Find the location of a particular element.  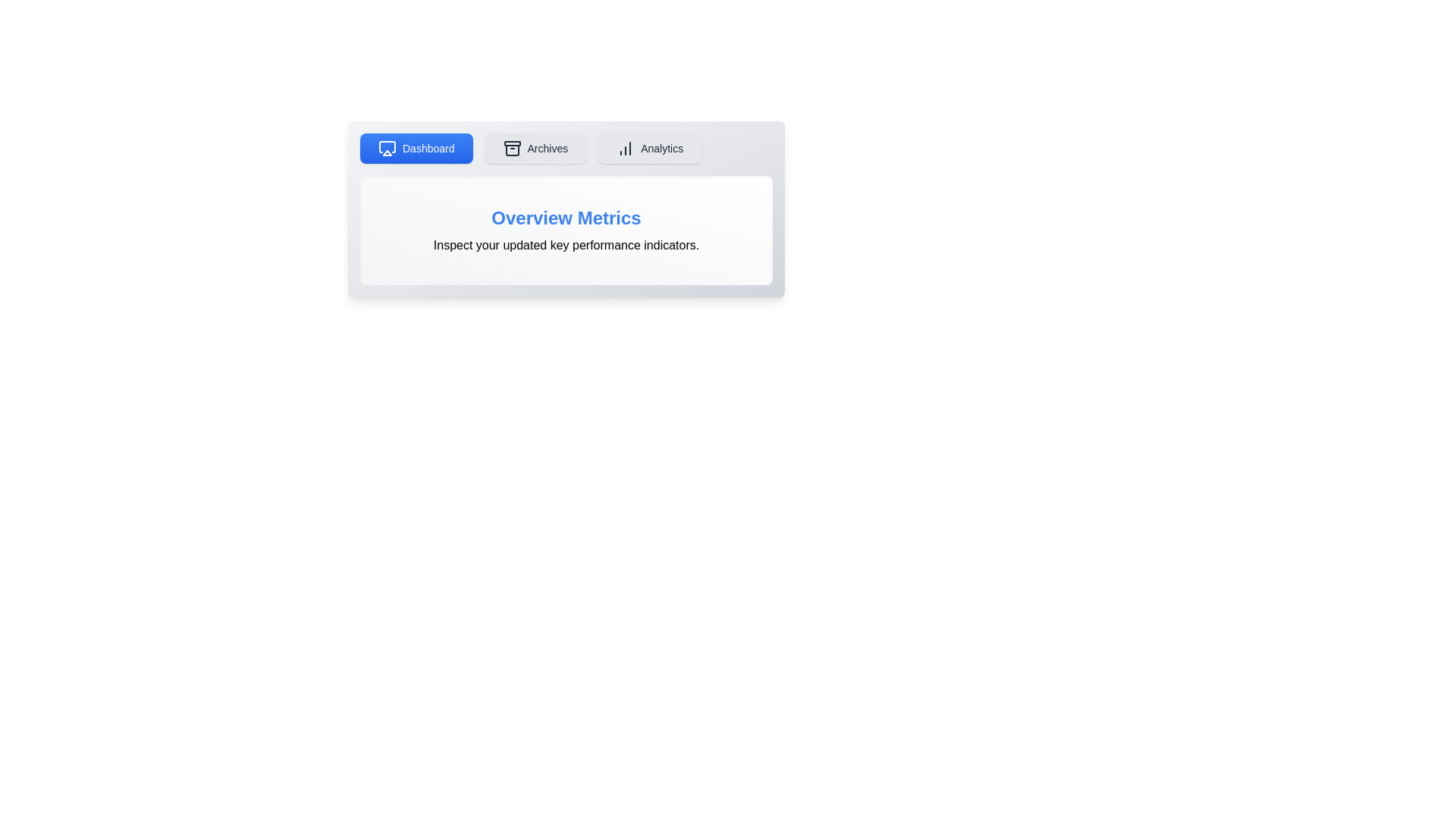

the tab labeled Analytics by clicking on it is located at coordinates (650, 149).